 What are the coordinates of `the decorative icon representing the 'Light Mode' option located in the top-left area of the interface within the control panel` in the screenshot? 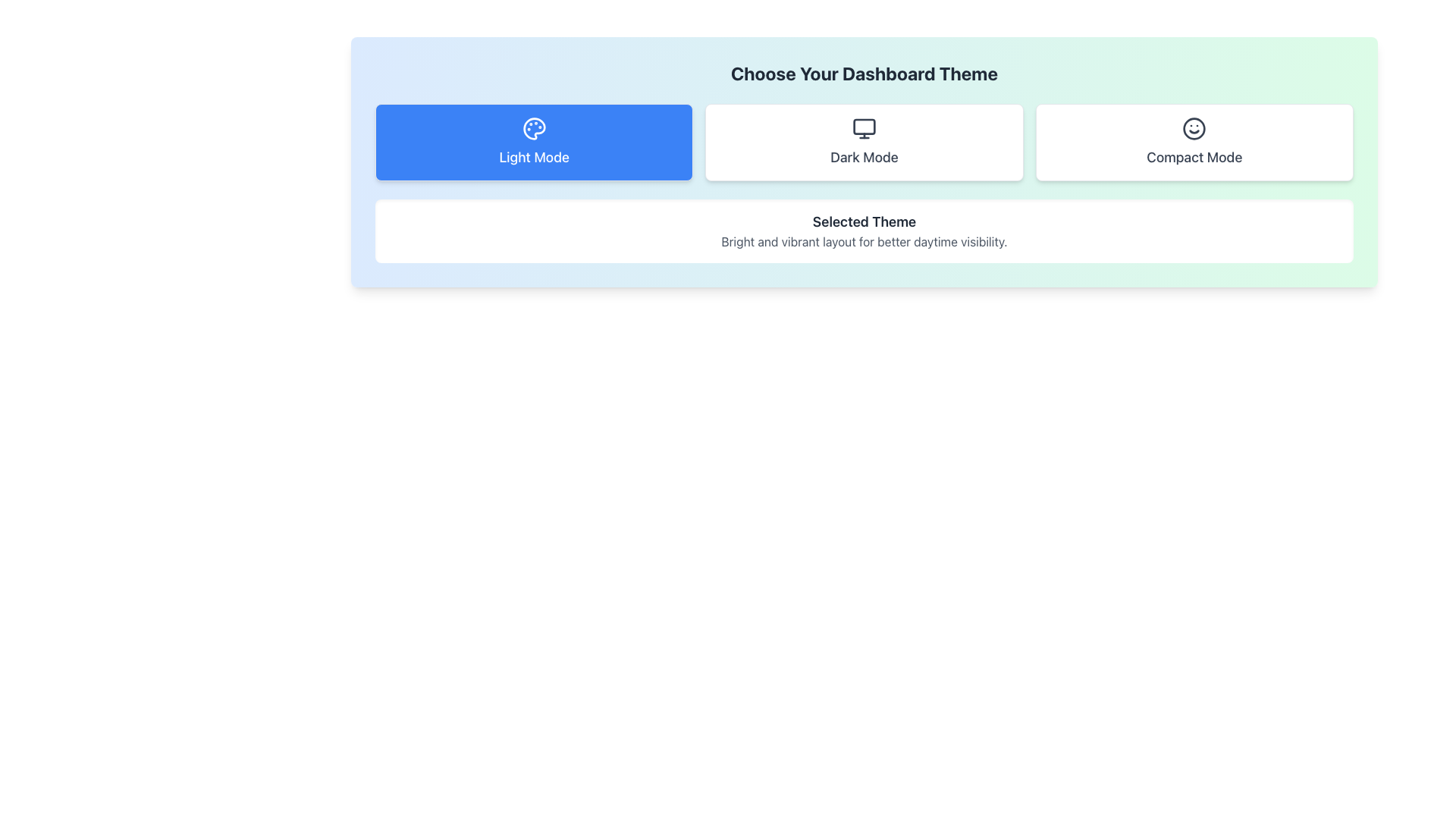 It's located at (534, 127).